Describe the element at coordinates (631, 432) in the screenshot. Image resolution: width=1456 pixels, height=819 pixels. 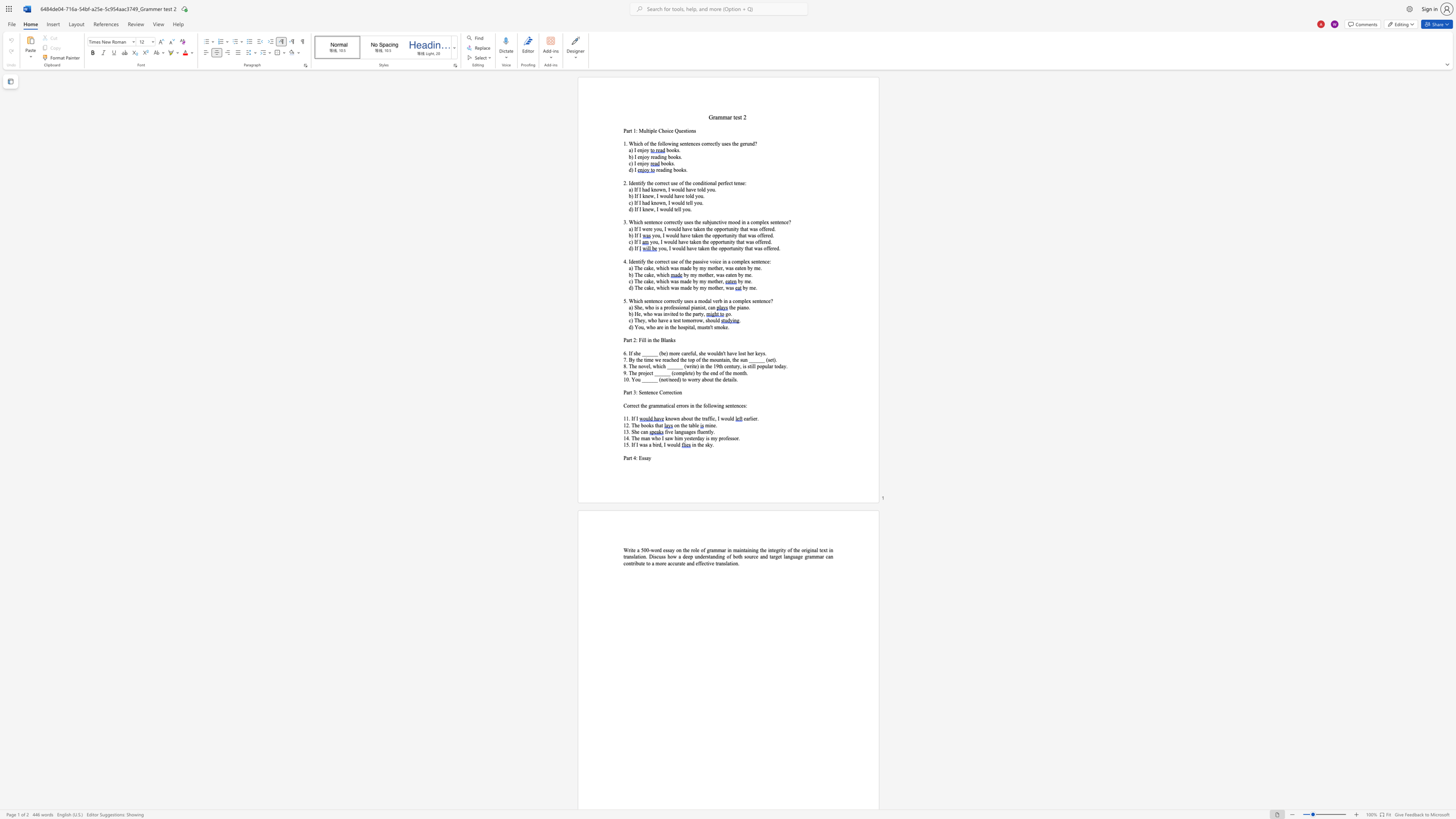
I see `the subset text "She" within the text "13. She can"` at that location.